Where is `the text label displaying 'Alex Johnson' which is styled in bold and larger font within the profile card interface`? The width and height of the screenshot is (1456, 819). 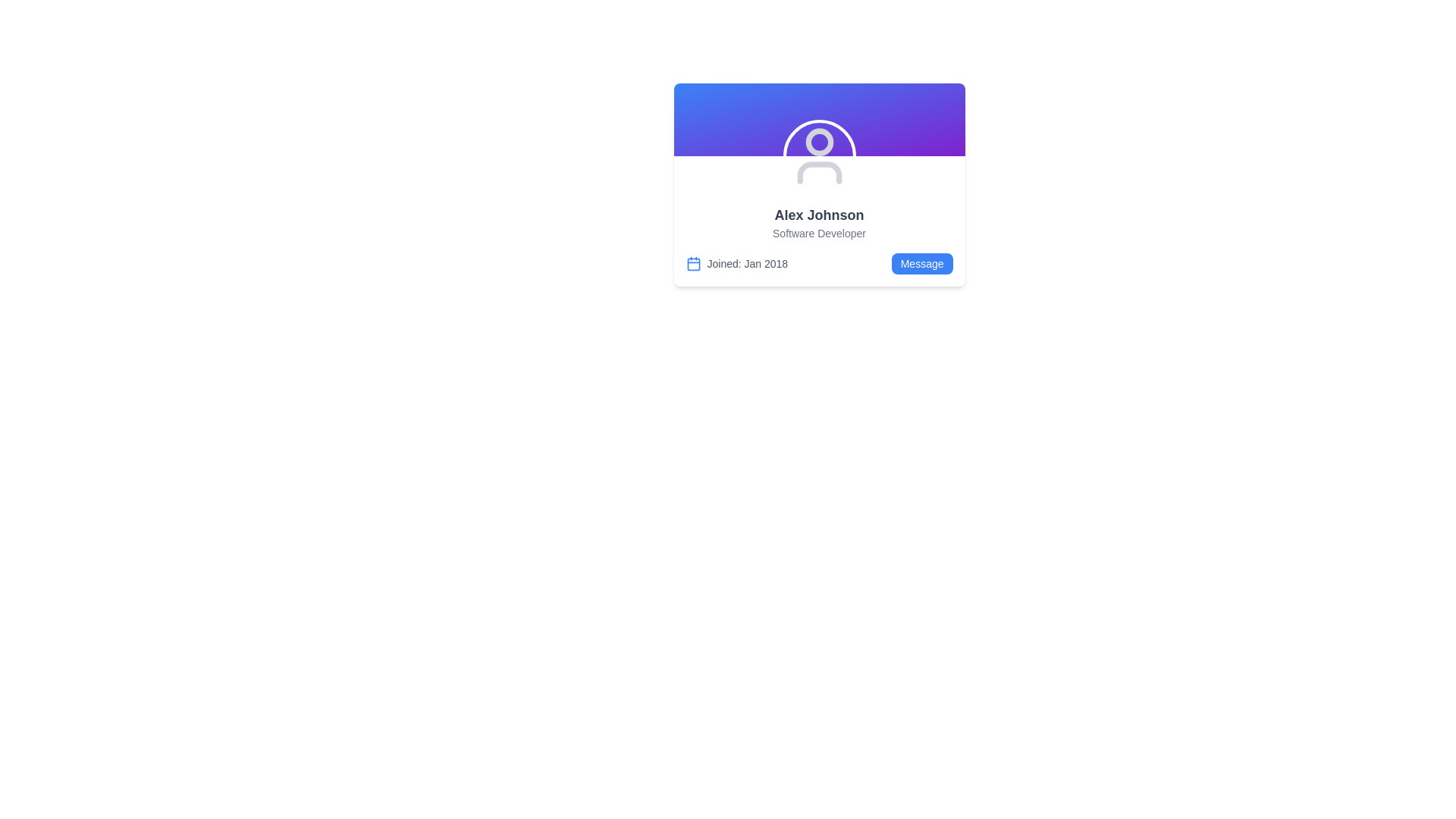 the text label displaying 'Alex Johnson' which is styled in bold and larger font within the profile card interface is located at coordinates (818, 215).